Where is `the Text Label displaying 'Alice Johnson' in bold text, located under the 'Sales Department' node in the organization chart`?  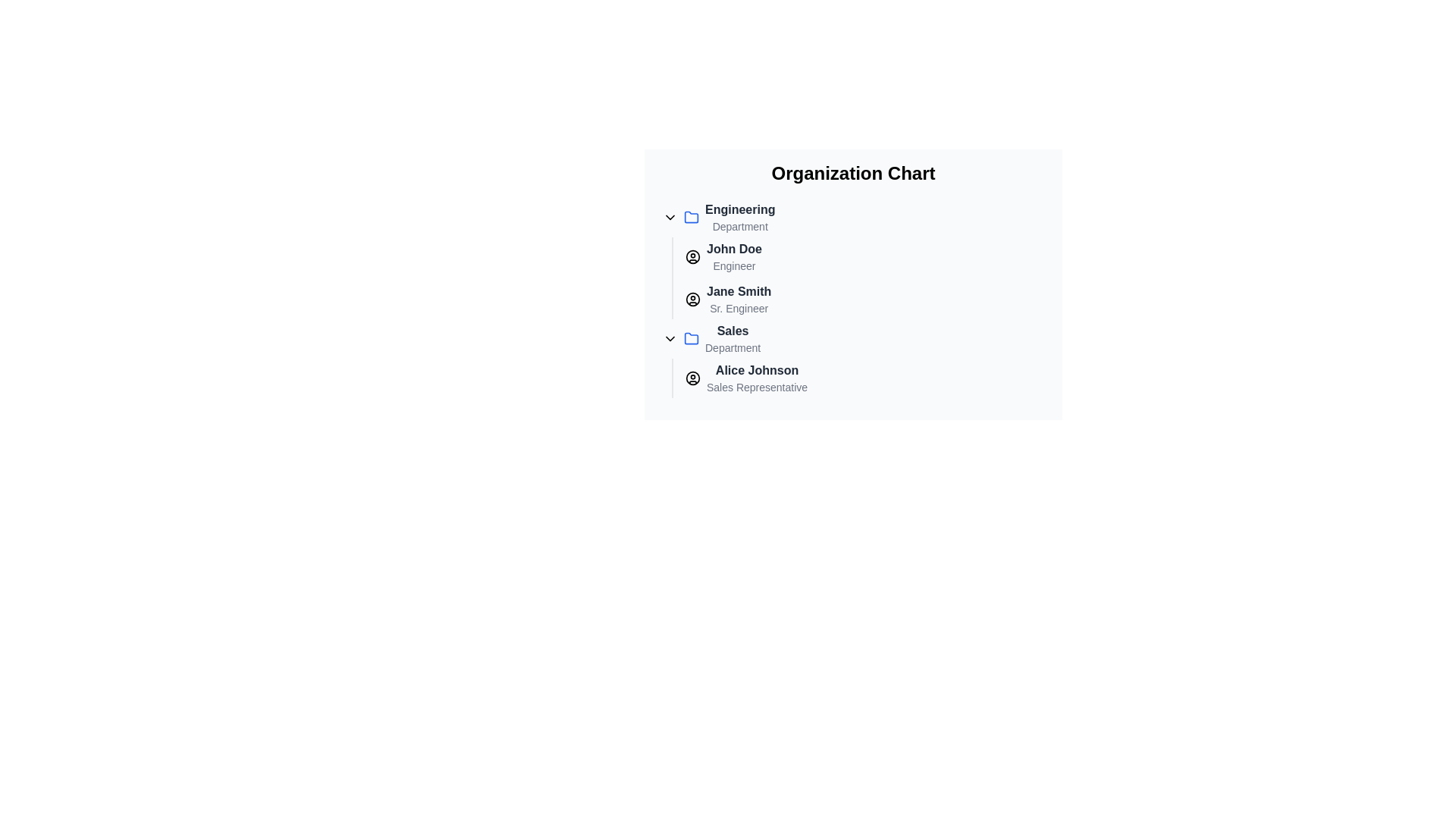 the Text Label displaying 'Alice Johnson' in bold text, located under the 'Sales Department' node in the organization chart is located at coordinates (757, 370).